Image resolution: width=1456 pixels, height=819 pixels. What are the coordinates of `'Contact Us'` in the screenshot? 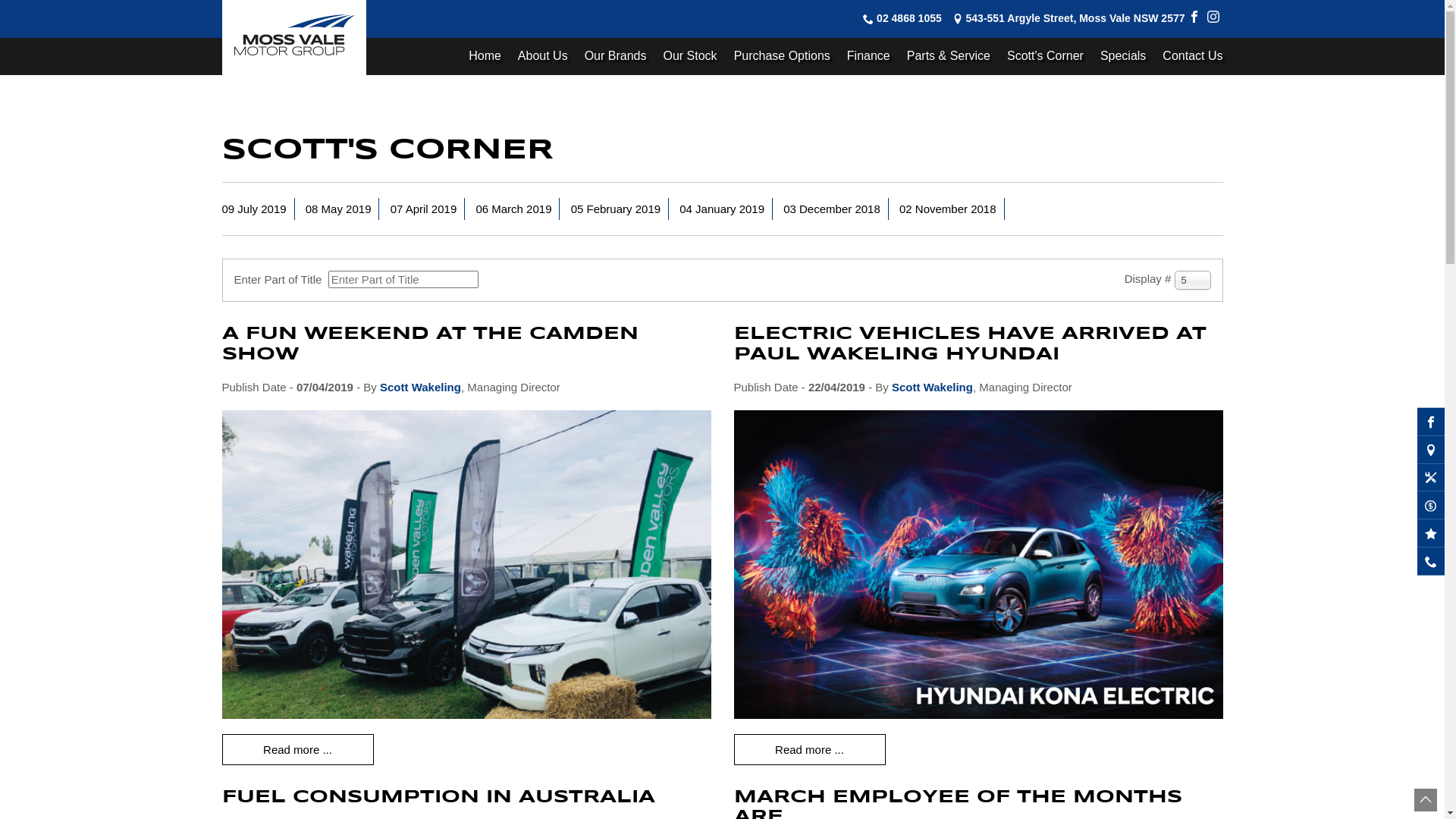 It's located at (1187, 55).